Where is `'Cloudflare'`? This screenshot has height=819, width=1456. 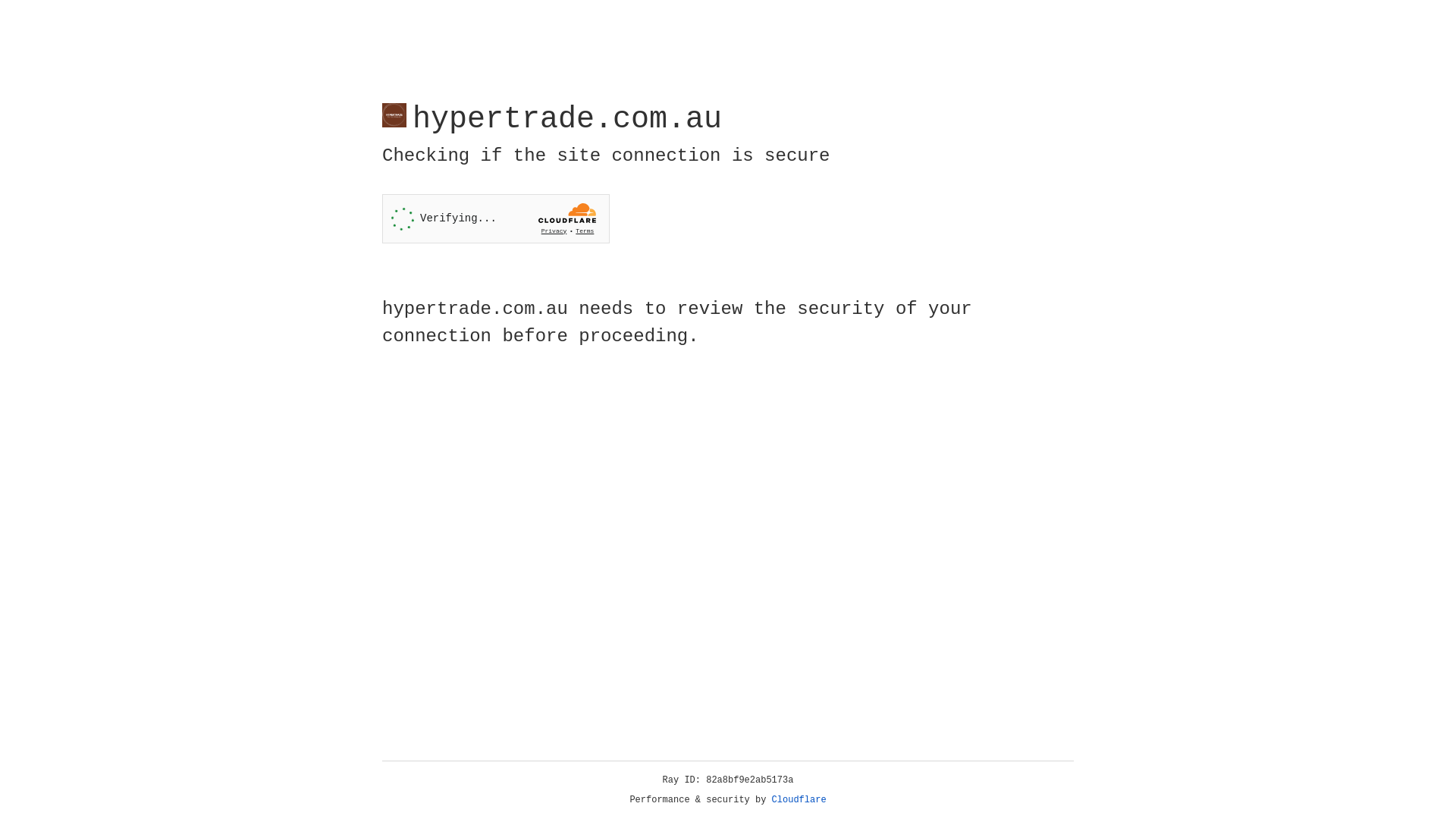
'Cloudflare' is located at coordinates (799, 799).